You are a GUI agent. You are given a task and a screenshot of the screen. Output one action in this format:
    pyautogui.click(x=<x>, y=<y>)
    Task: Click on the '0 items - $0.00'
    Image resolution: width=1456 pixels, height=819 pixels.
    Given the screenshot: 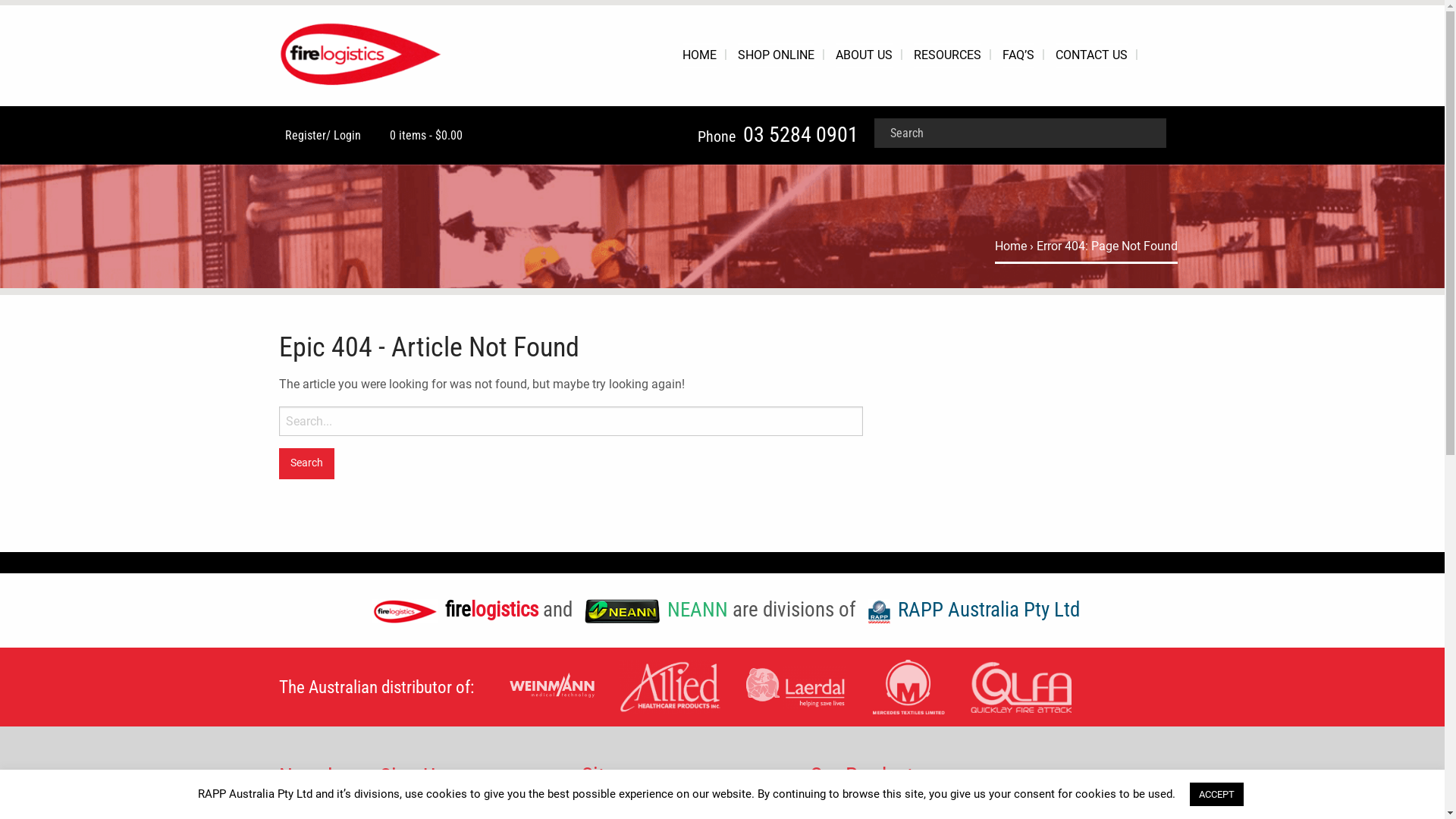 What is the action you would take?
    pyautogui.click(x=383, y=134)
    